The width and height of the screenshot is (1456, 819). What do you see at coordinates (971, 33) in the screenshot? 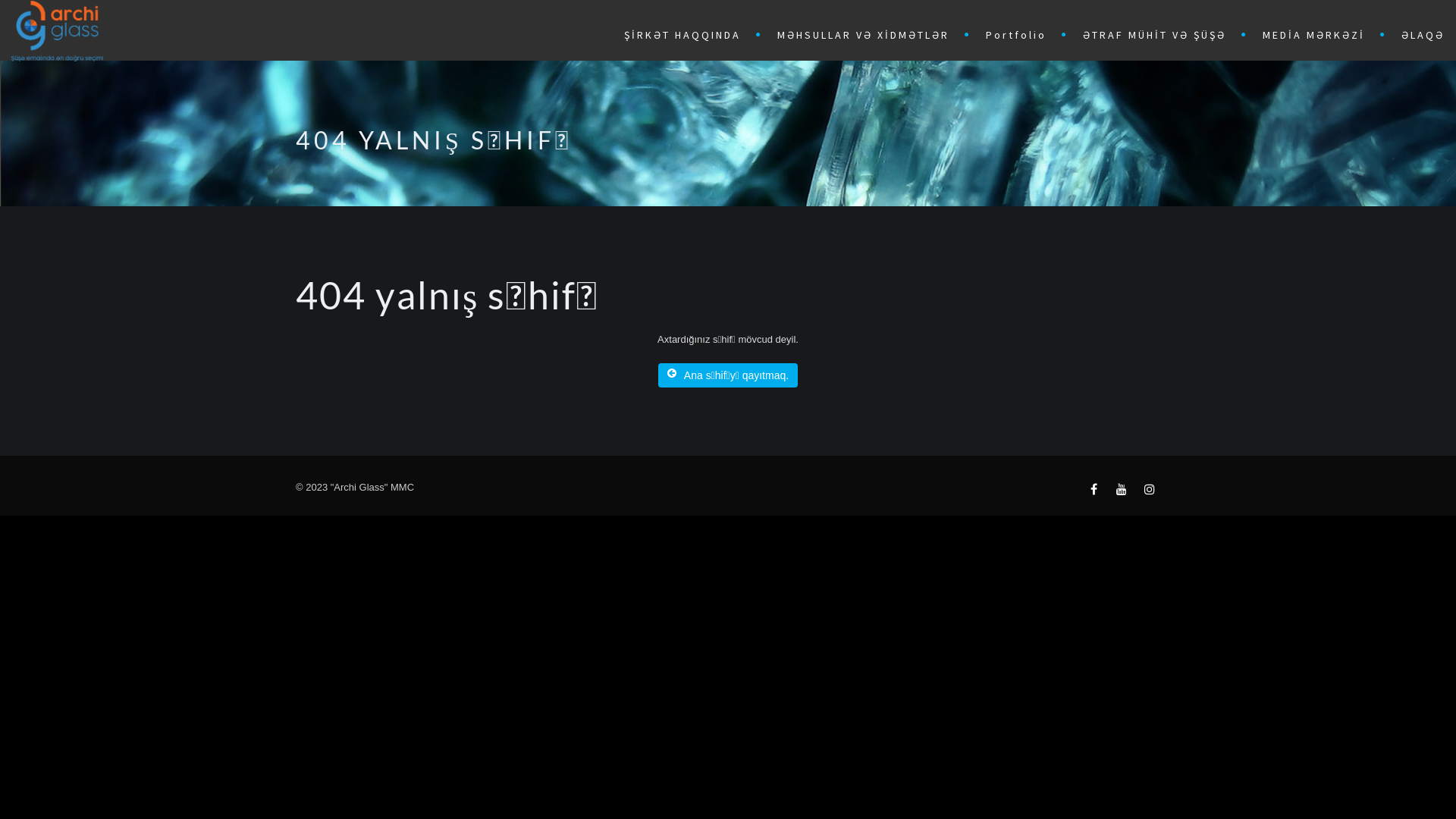
I see `'Portfolio'` at bounding box center [971, 33].